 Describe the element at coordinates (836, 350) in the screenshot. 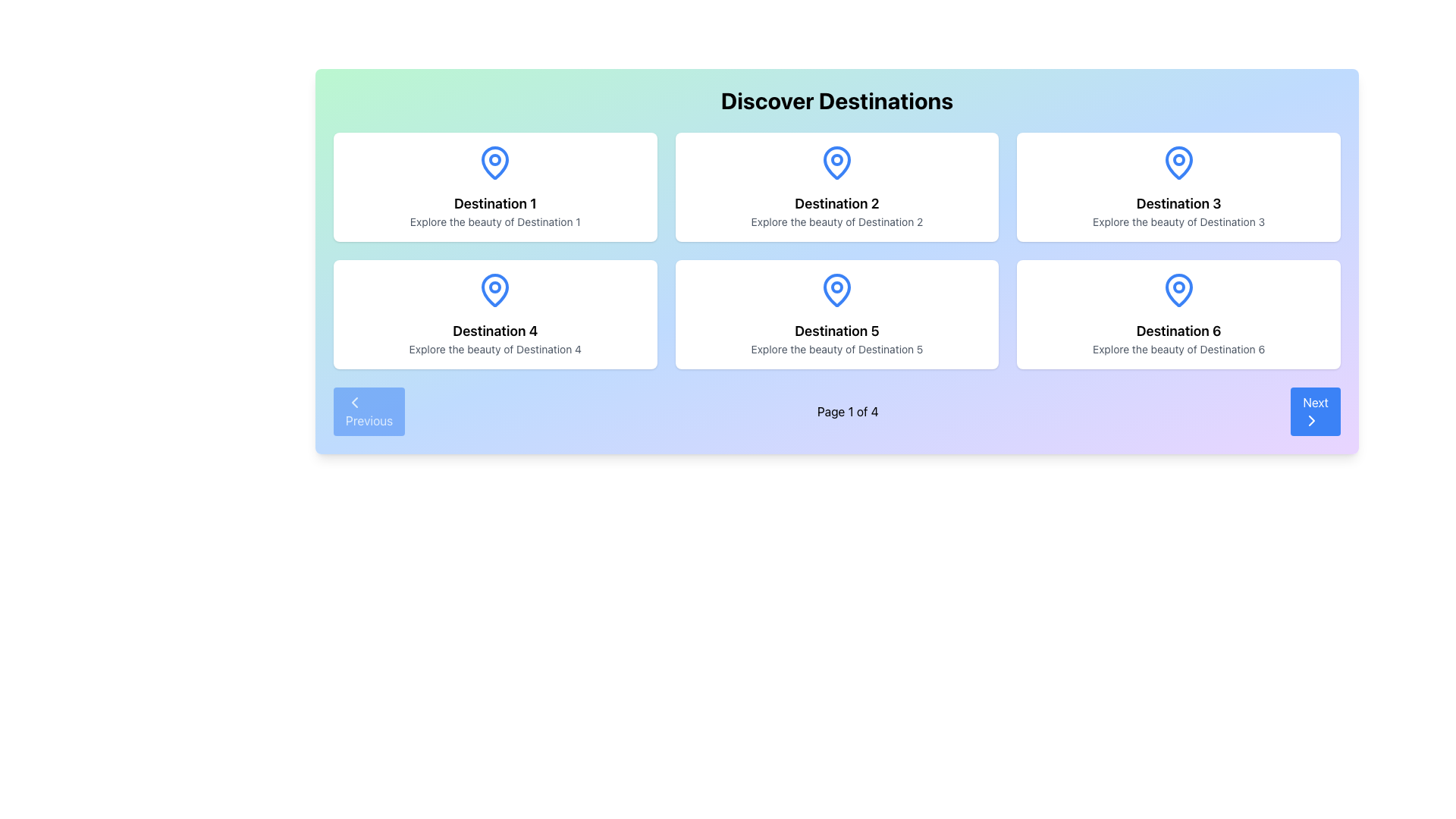

I see `text element located in the fifth card of a grid layout, positioned below the title 'Destination 5' and above the card's bottom edge` at that location.